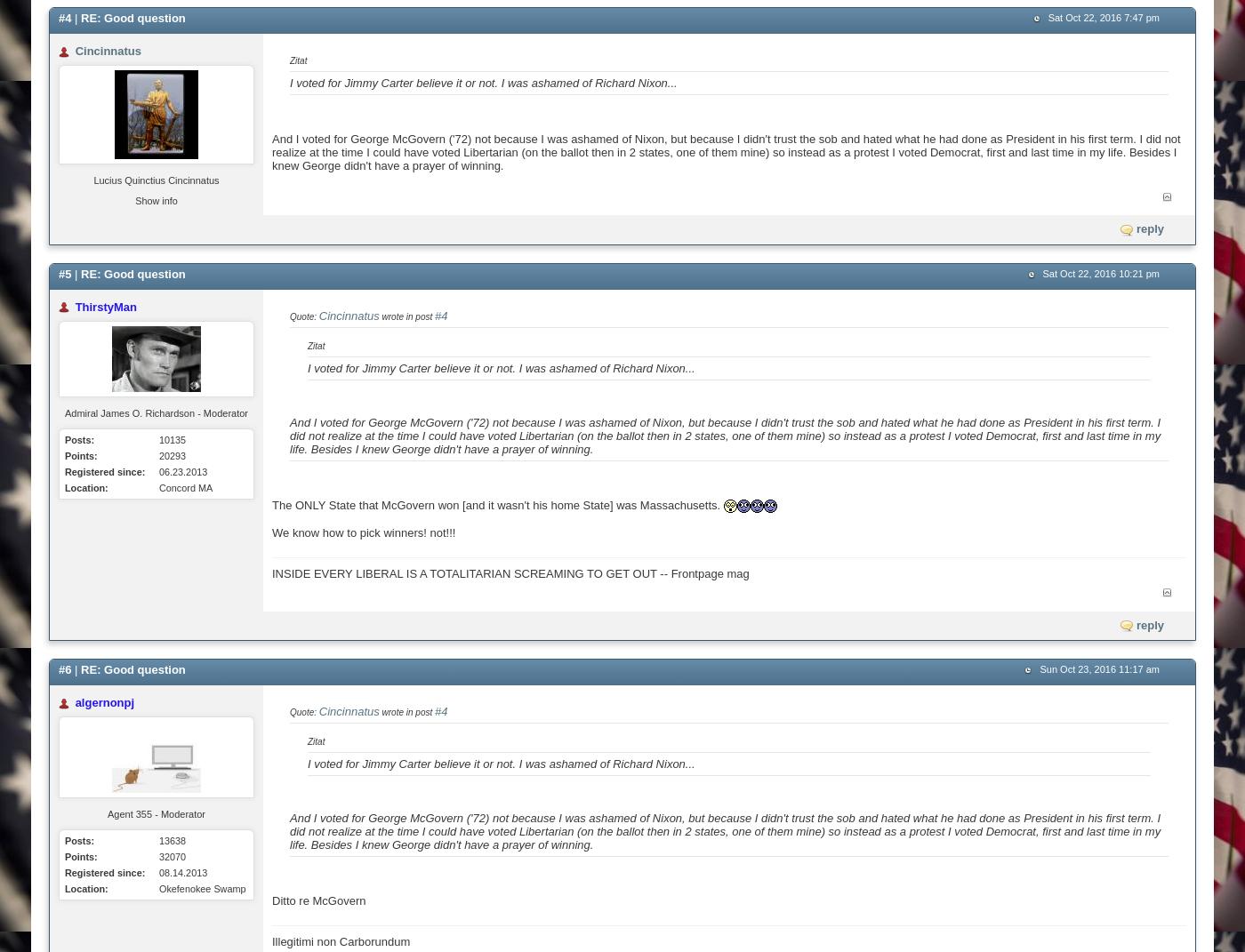 The width and height of the screenshot is (1245, 952). What do you see at coordinates (173, 840) in the screenshot?
I see `'13638'` at bounding box center [173, 840].